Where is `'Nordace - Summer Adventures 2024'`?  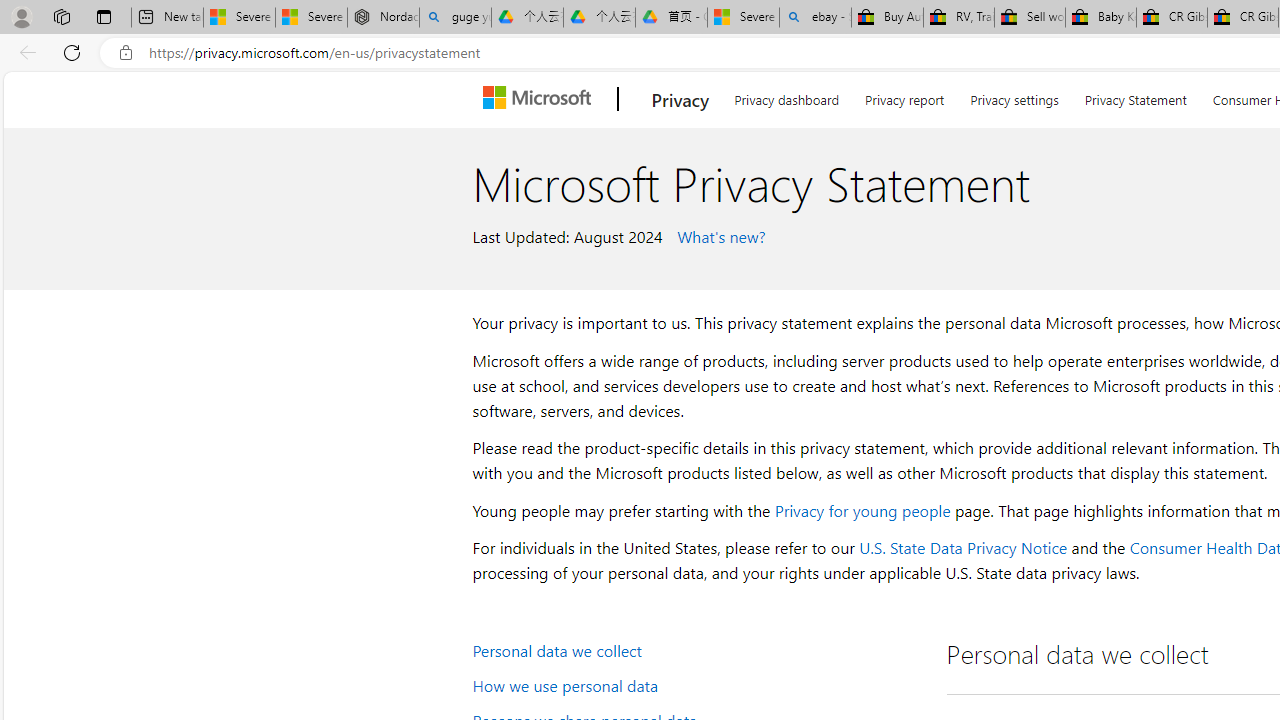 'Nordace - Summer Adventures 2024' is located at coordinates (383, 17).